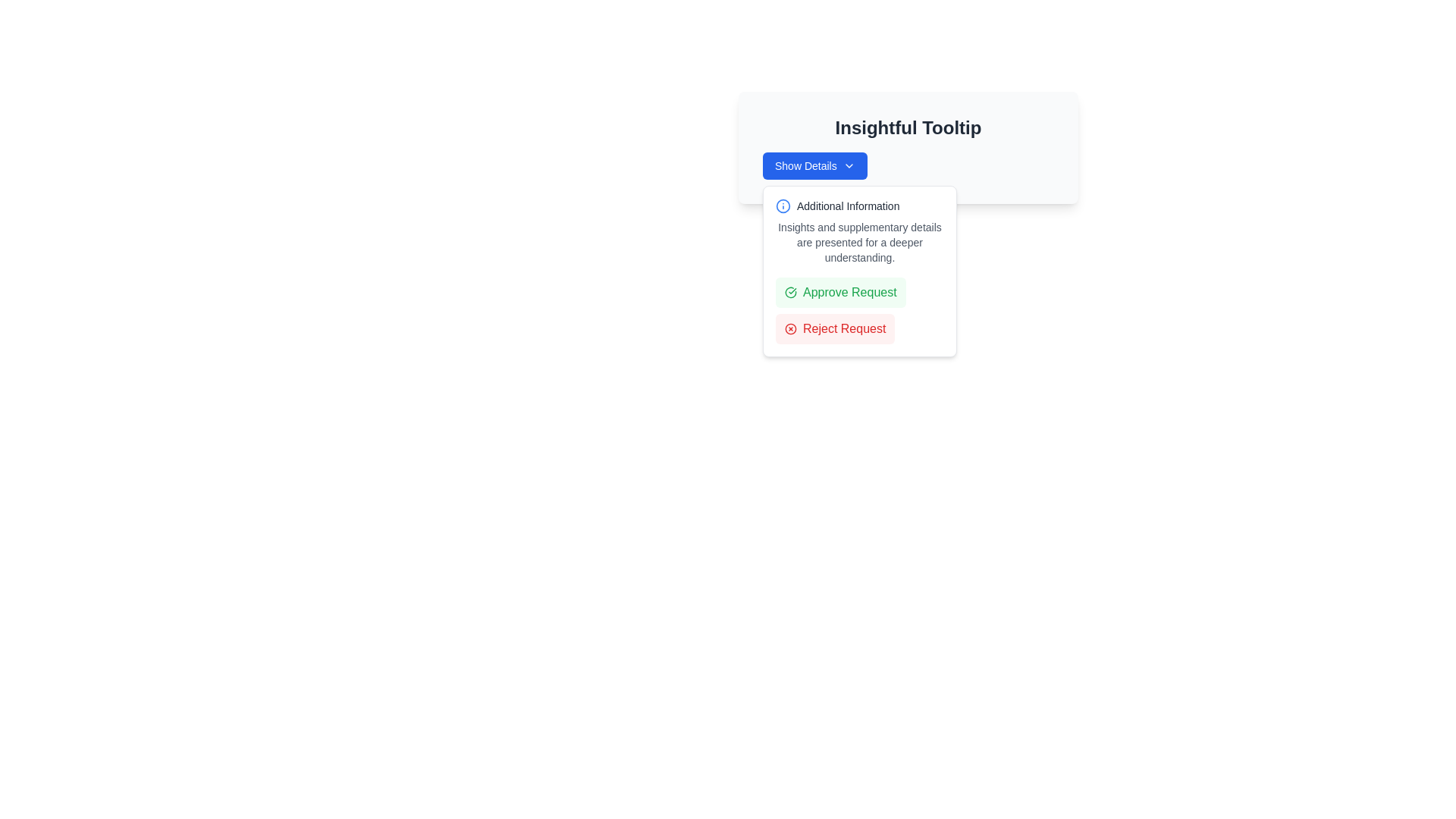 This screenshot has height=819, width=1456. I want to click on the Text Label that serves as a title for the section providing supplementary insights, located below the 'Show Details' button and to the right of the blue information icon, so click(847, 206).